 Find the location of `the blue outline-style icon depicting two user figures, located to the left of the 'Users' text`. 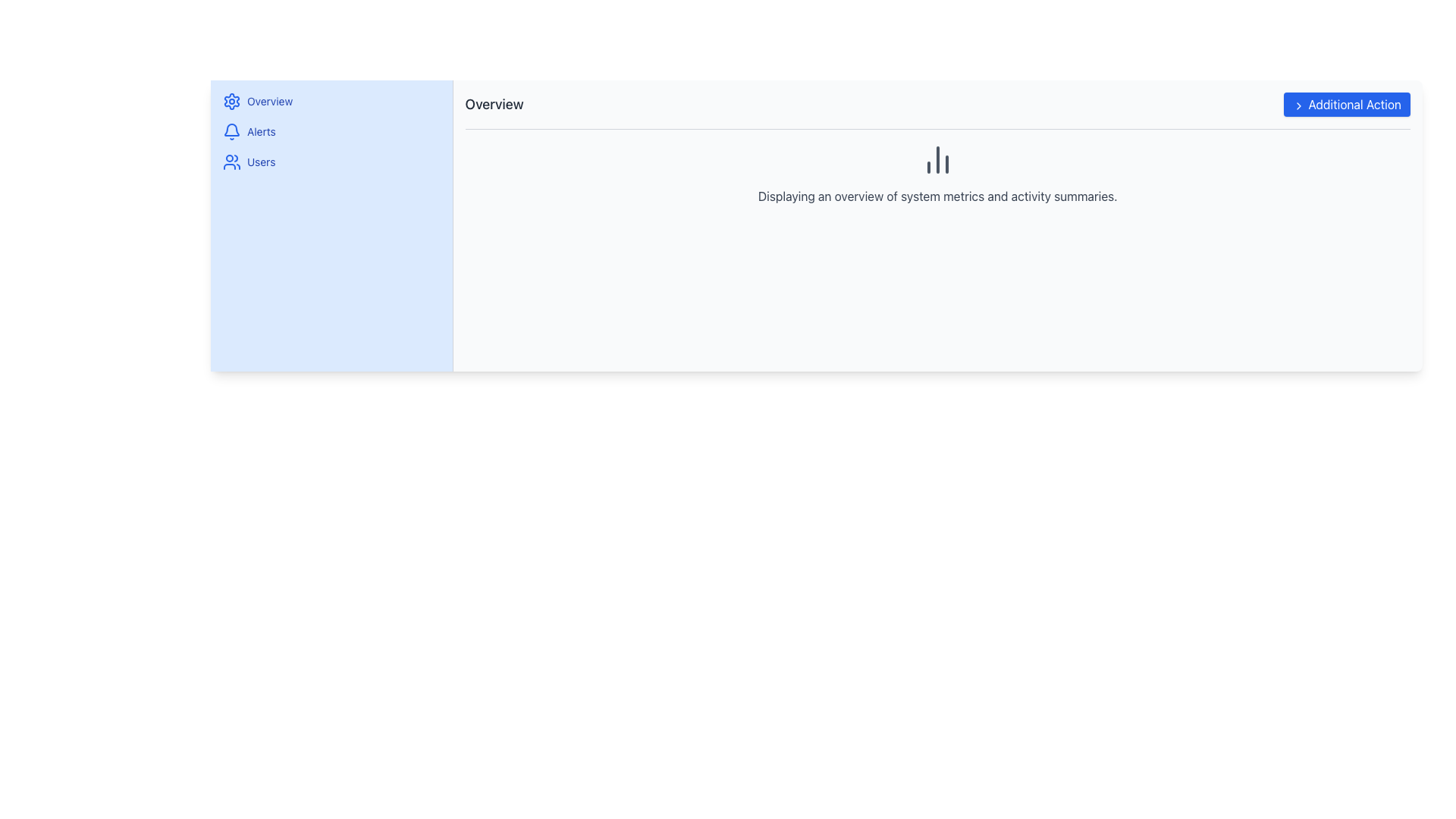

the blue outline-style icon depicting two user figures, located to the left of the 'Users' text is located at coordinates (231, 162).